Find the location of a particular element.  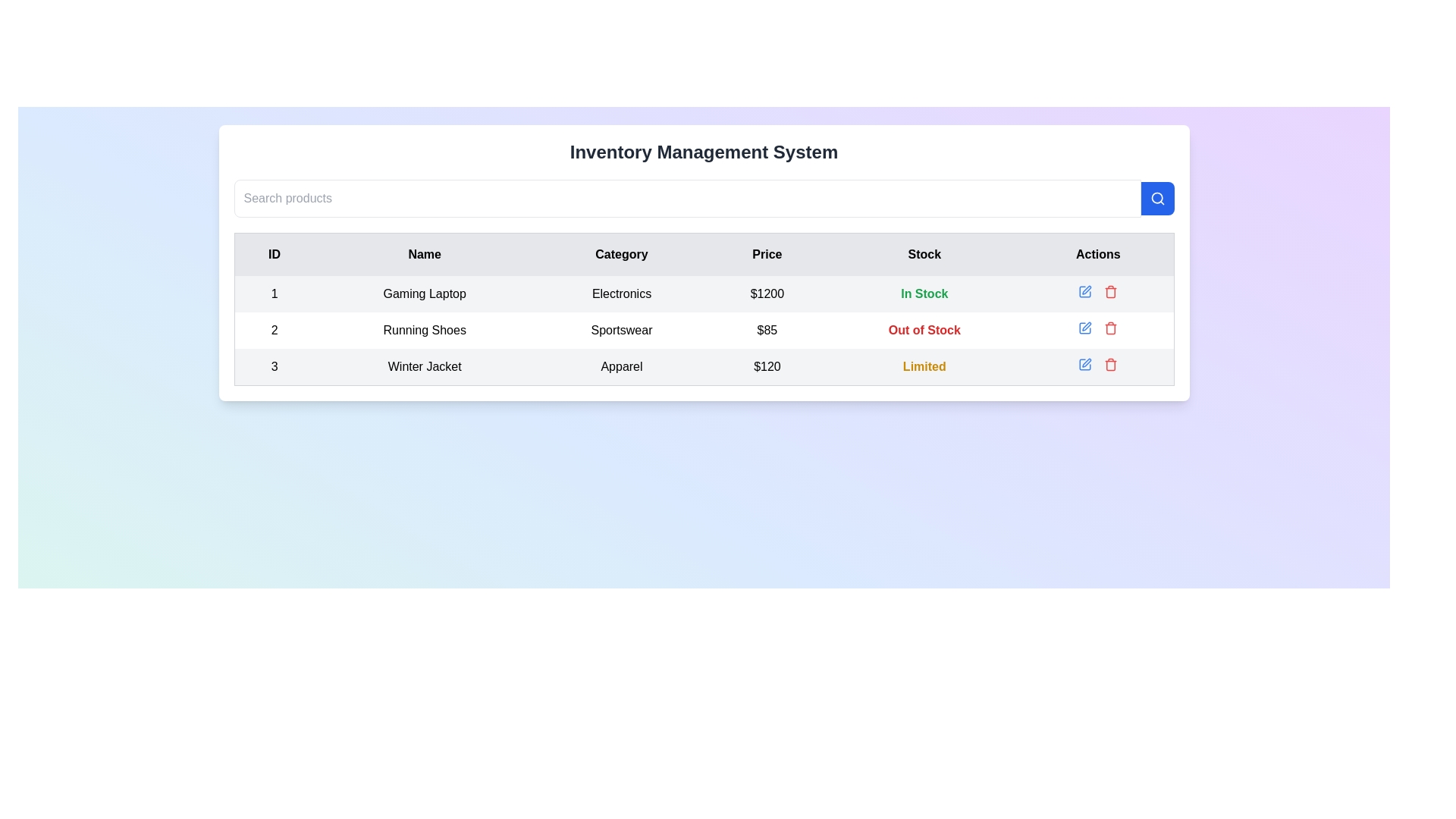

the Text label that indicates the ID or serial number of the corresponding table entry, located in the first cell of the first row of the table is located at coordinates (274, 294).